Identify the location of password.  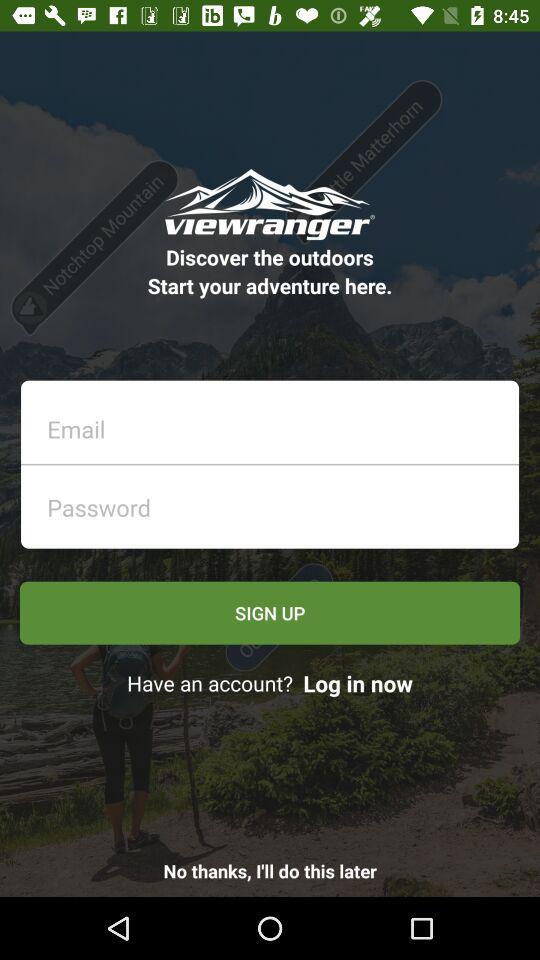
(275, 501).